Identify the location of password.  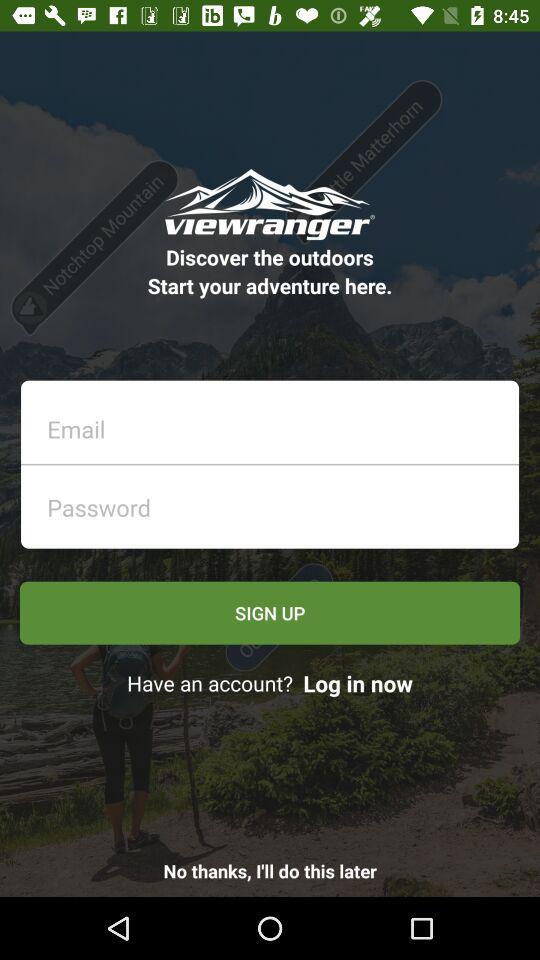
(275, 501).